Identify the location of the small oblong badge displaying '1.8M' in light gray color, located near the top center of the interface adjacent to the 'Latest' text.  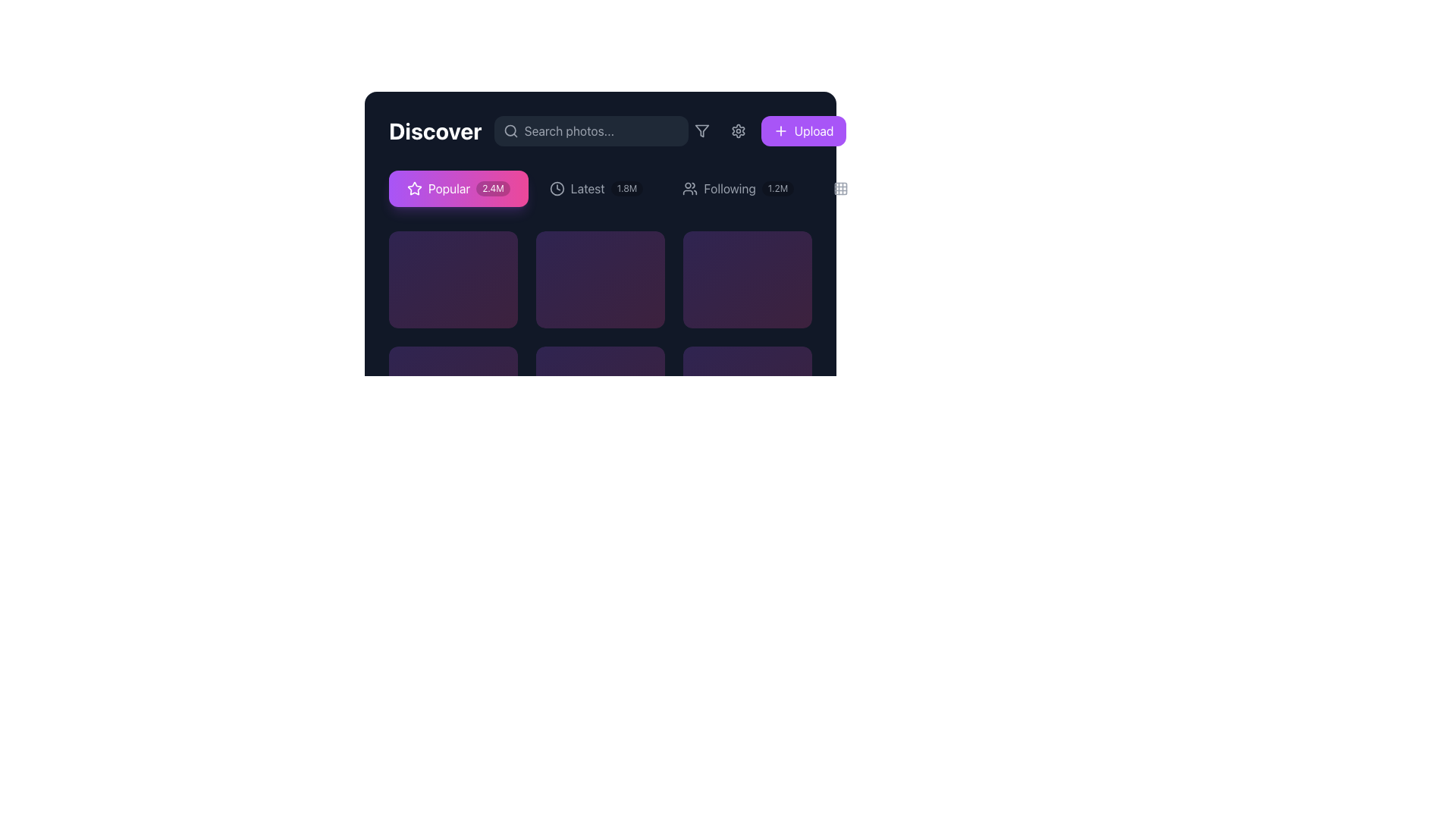
(627, 188).